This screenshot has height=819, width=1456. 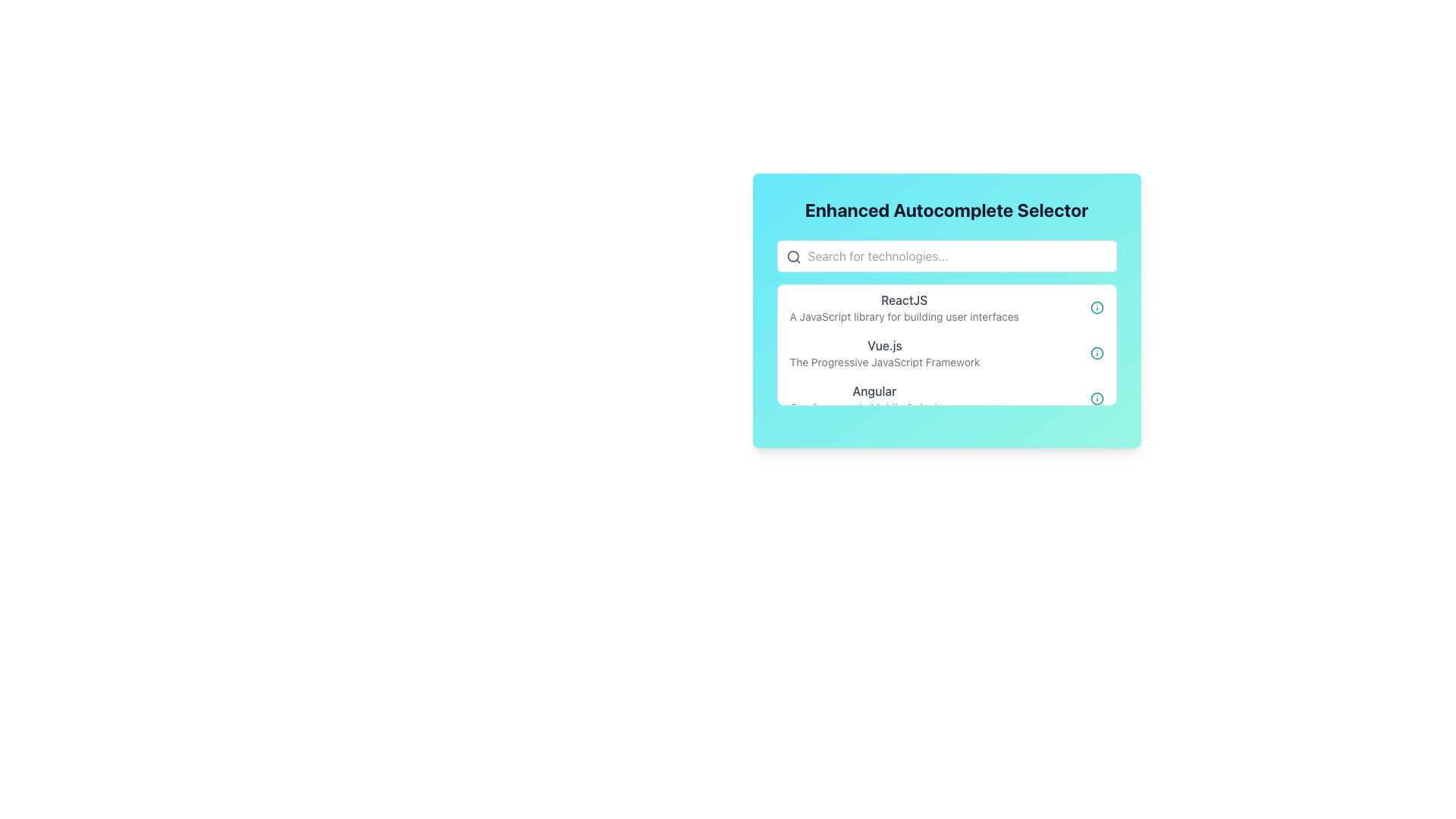 What do you see at coordinates (946, 397) in the screenshot?
I see `the selectable option for 'Angular' in the dropdown list` at bounding box center [946, 397].